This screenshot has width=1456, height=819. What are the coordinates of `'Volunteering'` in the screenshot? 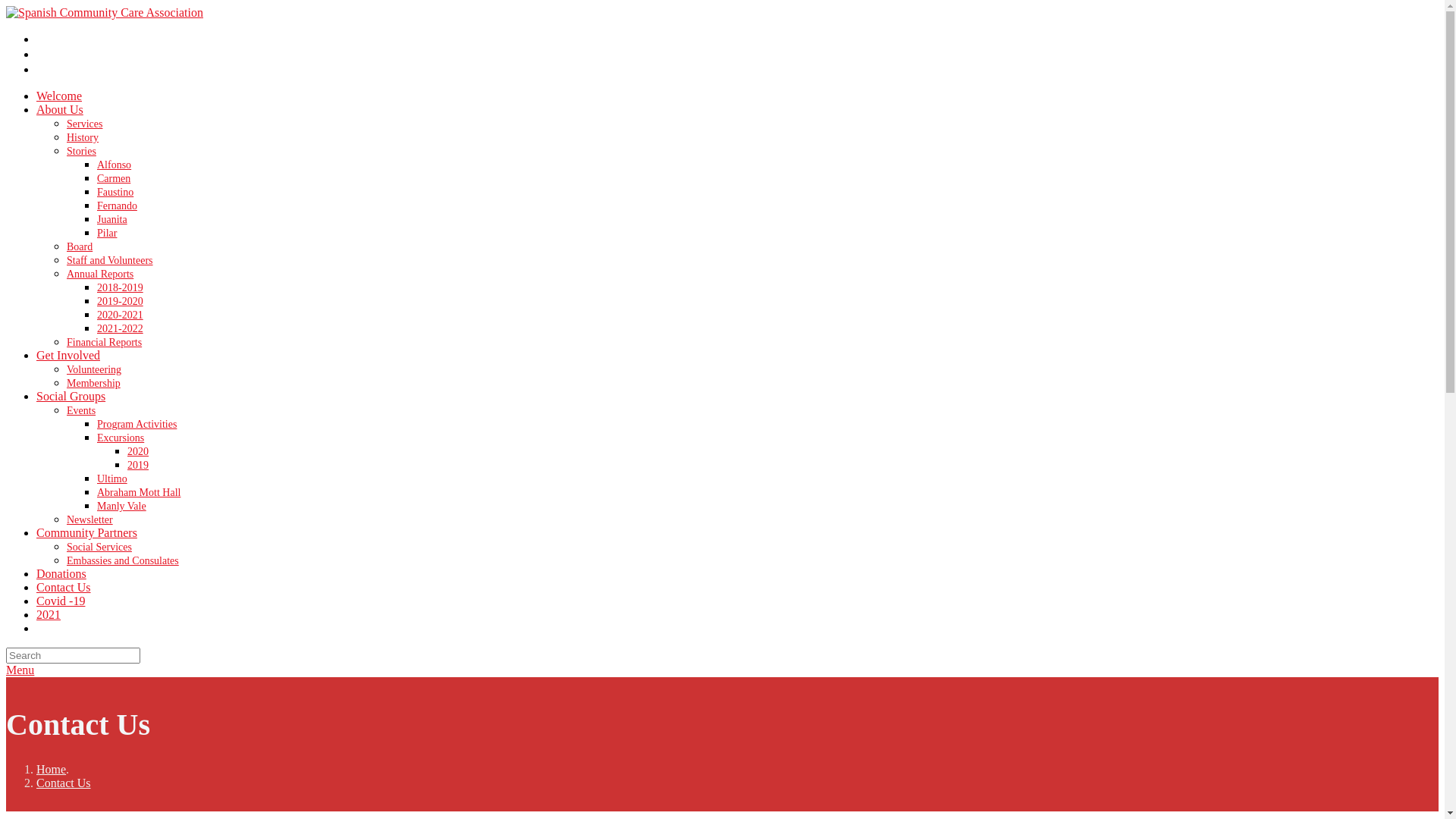 It's located at (65, 369).